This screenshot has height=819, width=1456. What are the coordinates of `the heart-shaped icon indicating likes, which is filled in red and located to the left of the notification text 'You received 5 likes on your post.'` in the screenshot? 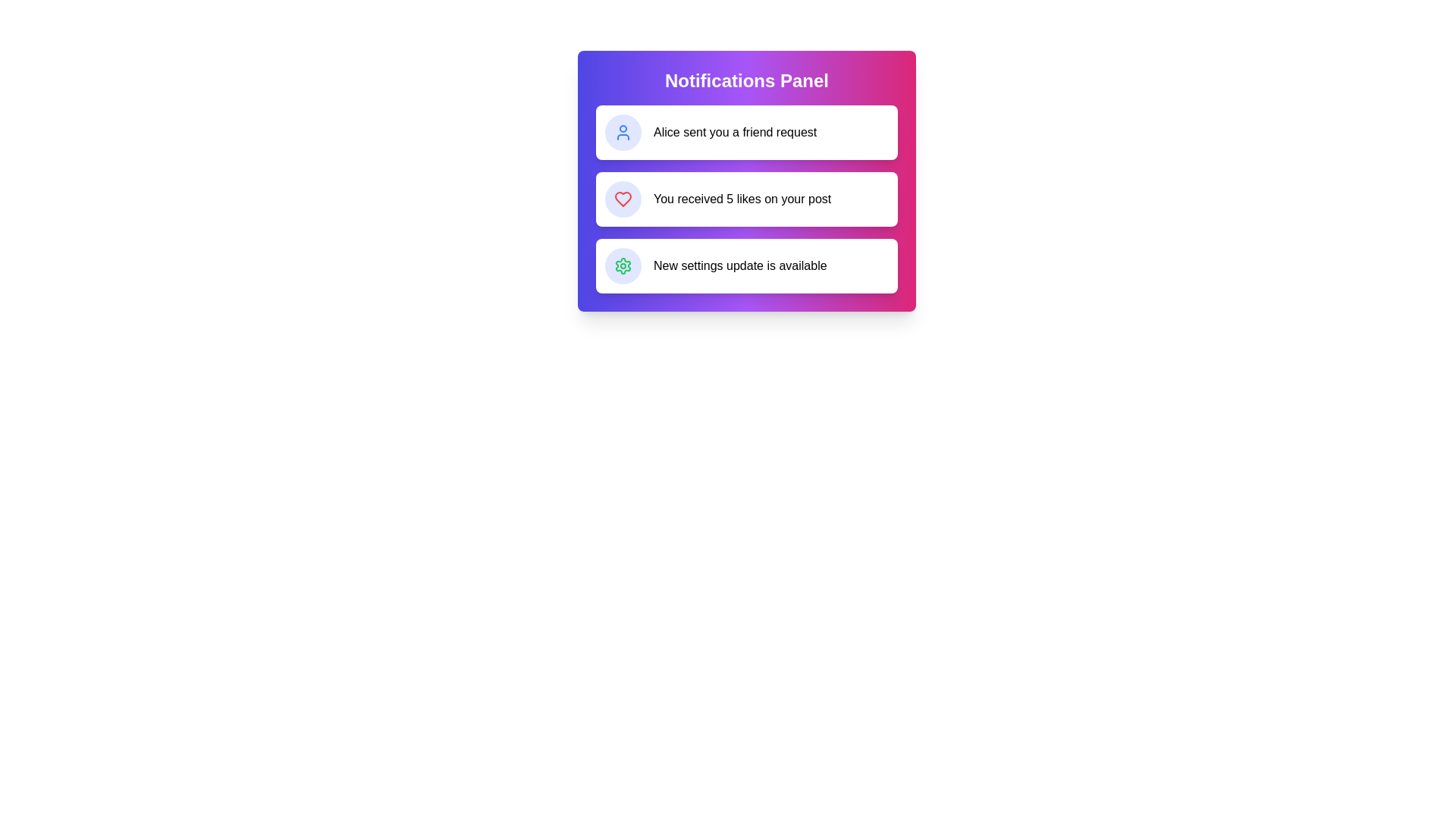 It's located at (623, 198).